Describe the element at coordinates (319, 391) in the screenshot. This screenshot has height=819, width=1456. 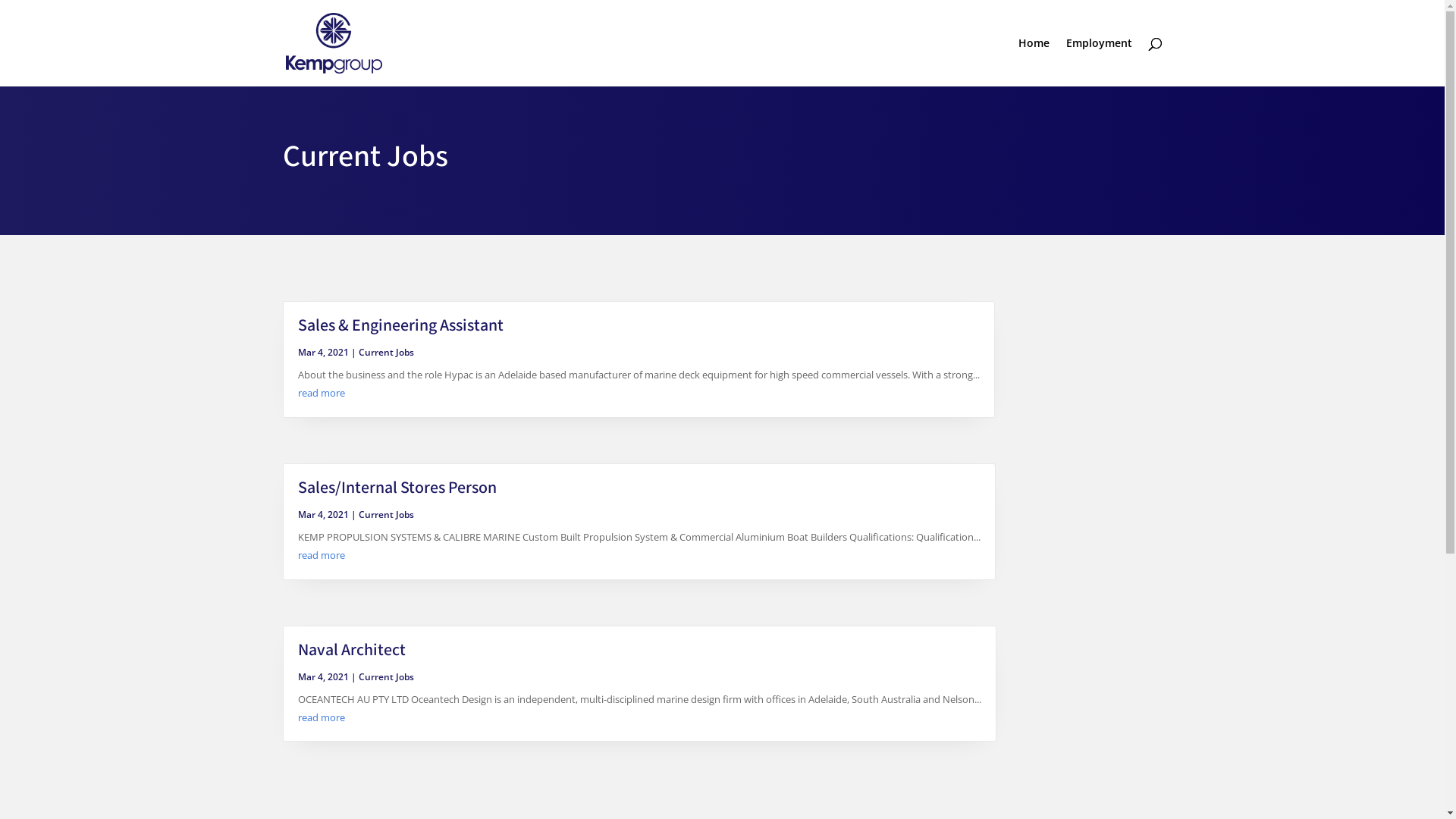
I see `'read more'` at that location.